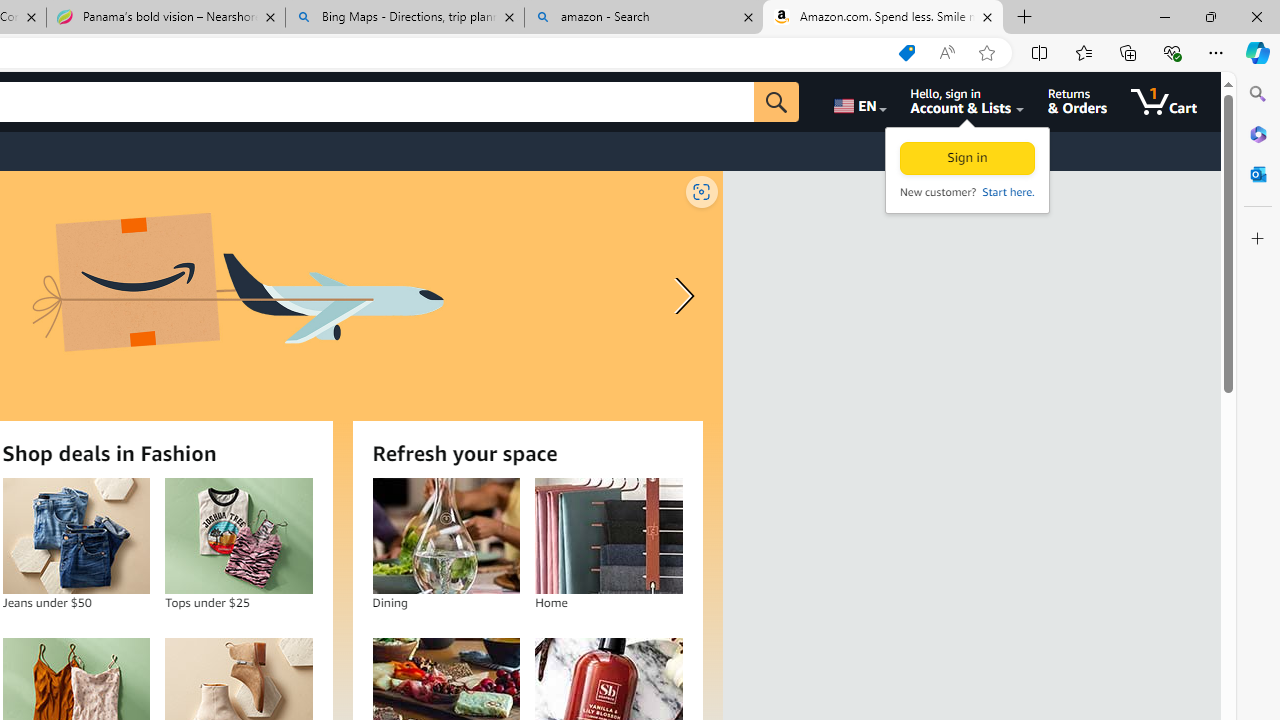 Image resolution: width=1280 pixels, height=720 pixels. I want to click on 'Dining', so click(445, 535).